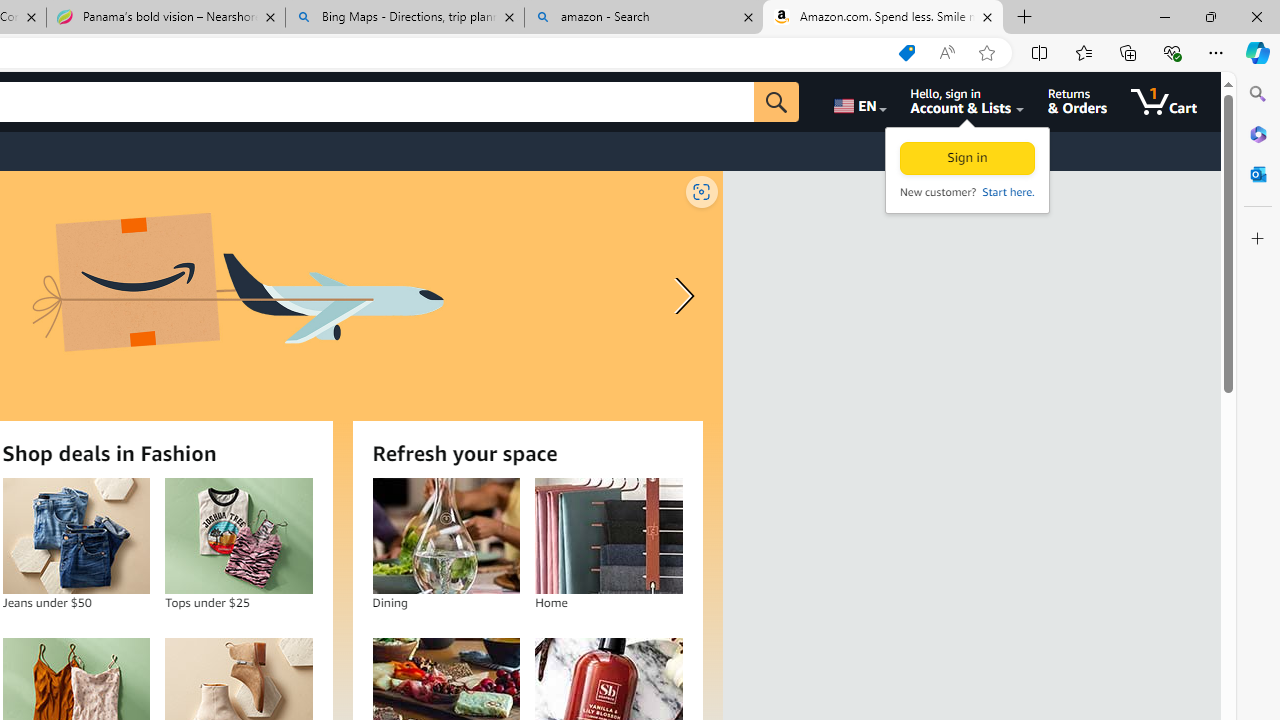 Image resolution: width=1280 pixels, height=720 pixels. I want to click on 'Dining', so click(445, 535).